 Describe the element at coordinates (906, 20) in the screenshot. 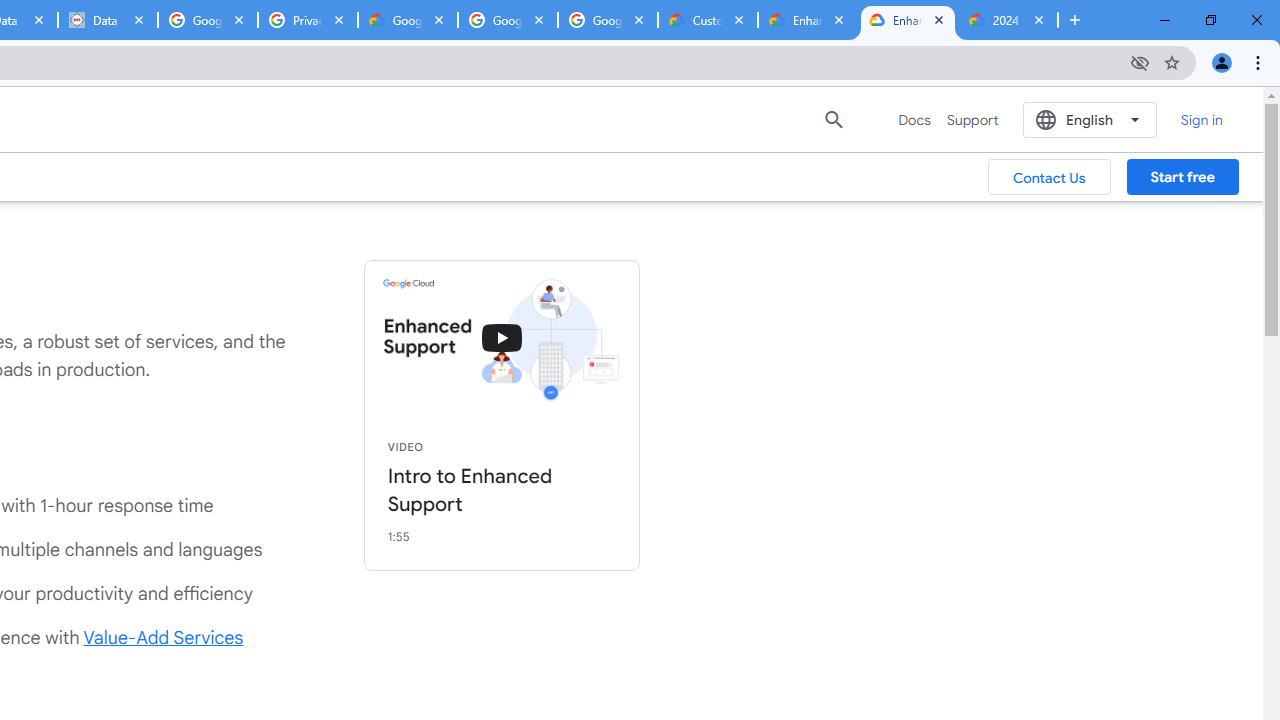

I see `'Enhanced Support | Google Cloud'` at that location.